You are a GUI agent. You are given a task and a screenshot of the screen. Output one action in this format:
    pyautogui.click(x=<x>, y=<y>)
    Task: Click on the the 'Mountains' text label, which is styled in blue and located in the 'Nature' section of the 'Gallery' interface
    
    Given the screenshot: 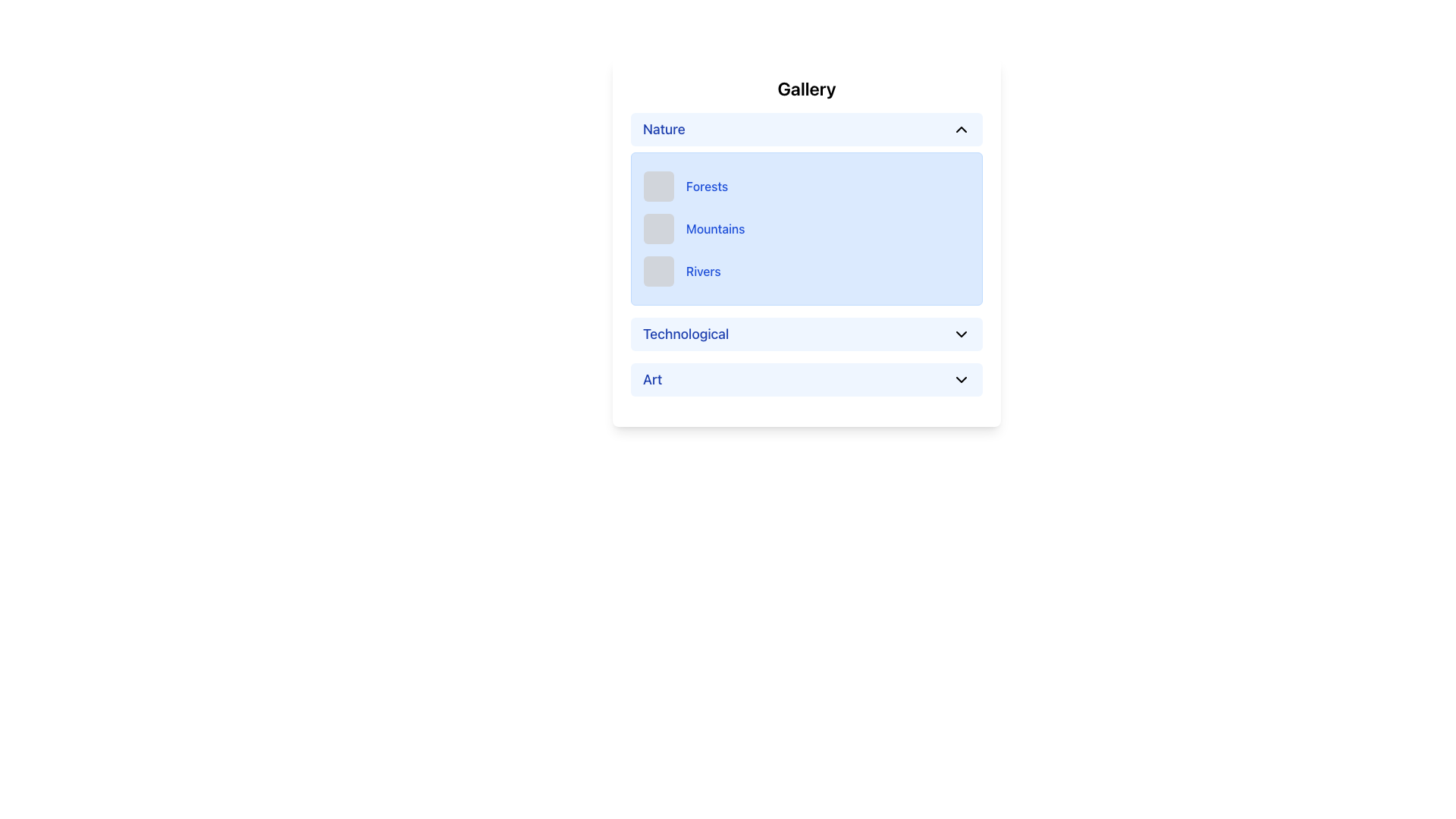 What is the action you would take?
    pyautogui.click(x=714, y=228)
    